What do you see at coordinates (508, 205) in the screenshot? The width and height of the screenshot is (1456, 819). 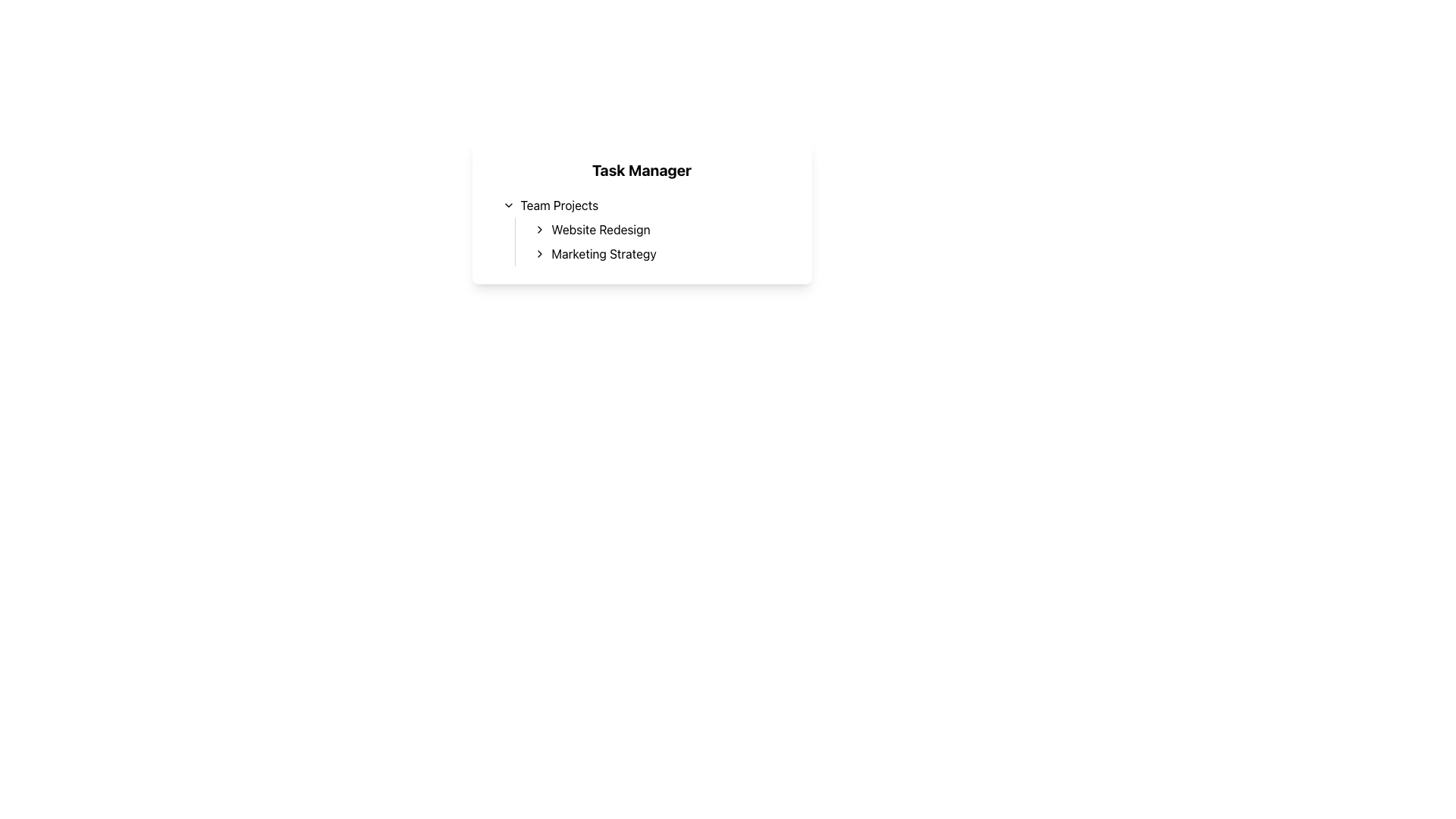 I see `the chevron icon located to the left of the 'Team Projects' label` at bounding box center [508, 205].